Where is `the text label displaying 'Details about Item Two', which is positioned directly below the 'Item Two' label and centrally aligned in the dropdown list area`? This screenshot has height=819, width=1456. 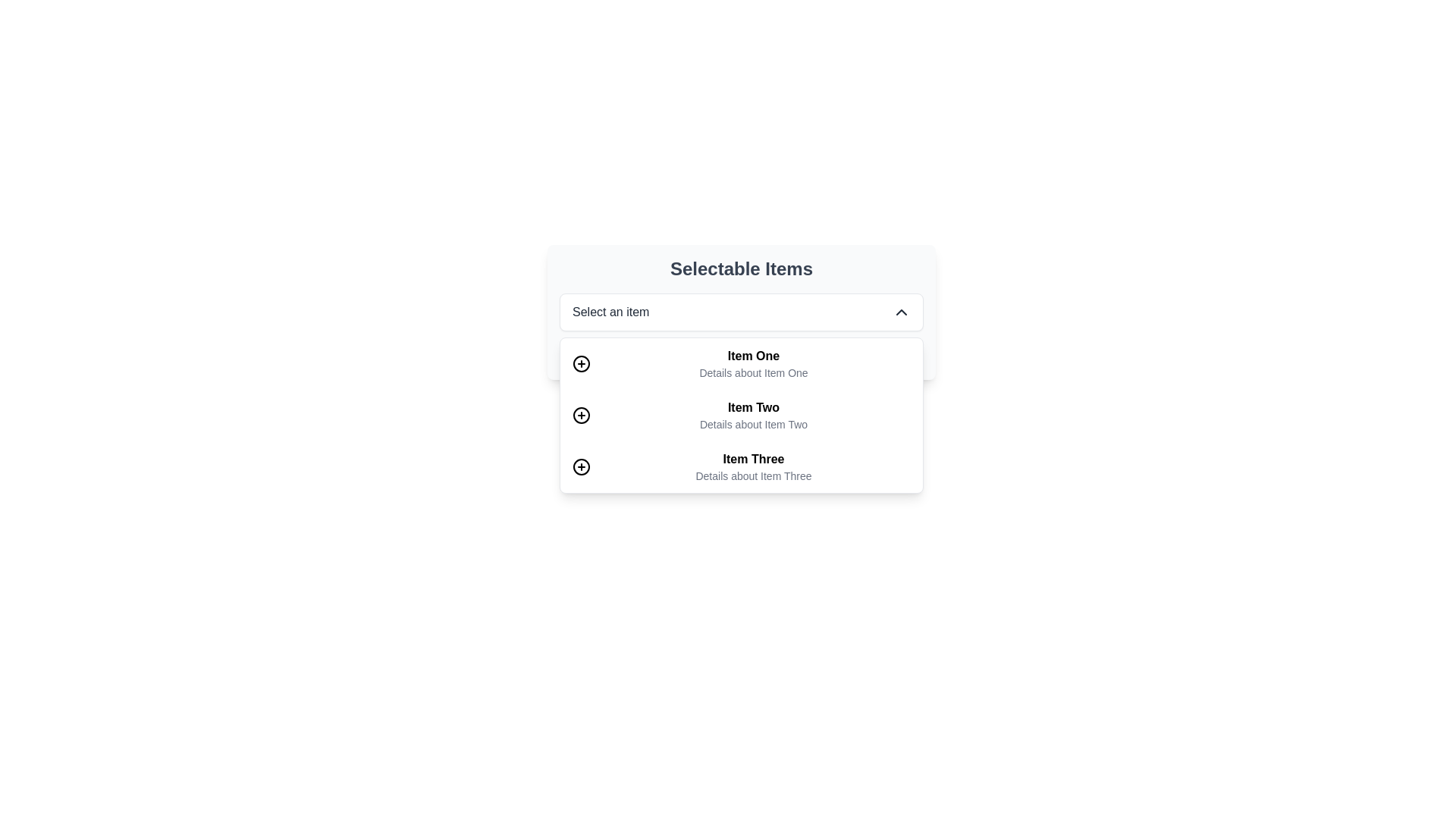
the text label displaying 'Details about Item Two', which is positioned directly below the 'Item Two' label and centrally aligned in the dropdown list area is located at coordinates (753, 424).